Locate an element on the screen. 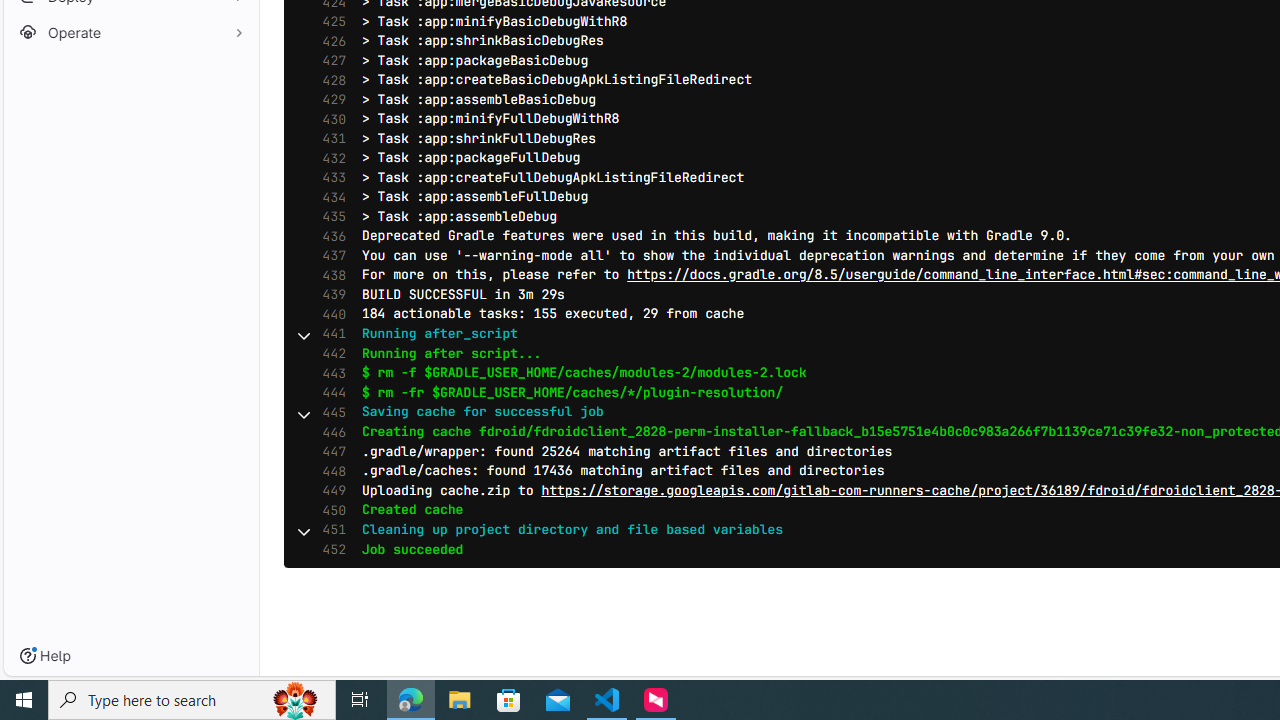 The width and height of the screenshot is (1280, 720). '449' is located at coordinates (329, 491).